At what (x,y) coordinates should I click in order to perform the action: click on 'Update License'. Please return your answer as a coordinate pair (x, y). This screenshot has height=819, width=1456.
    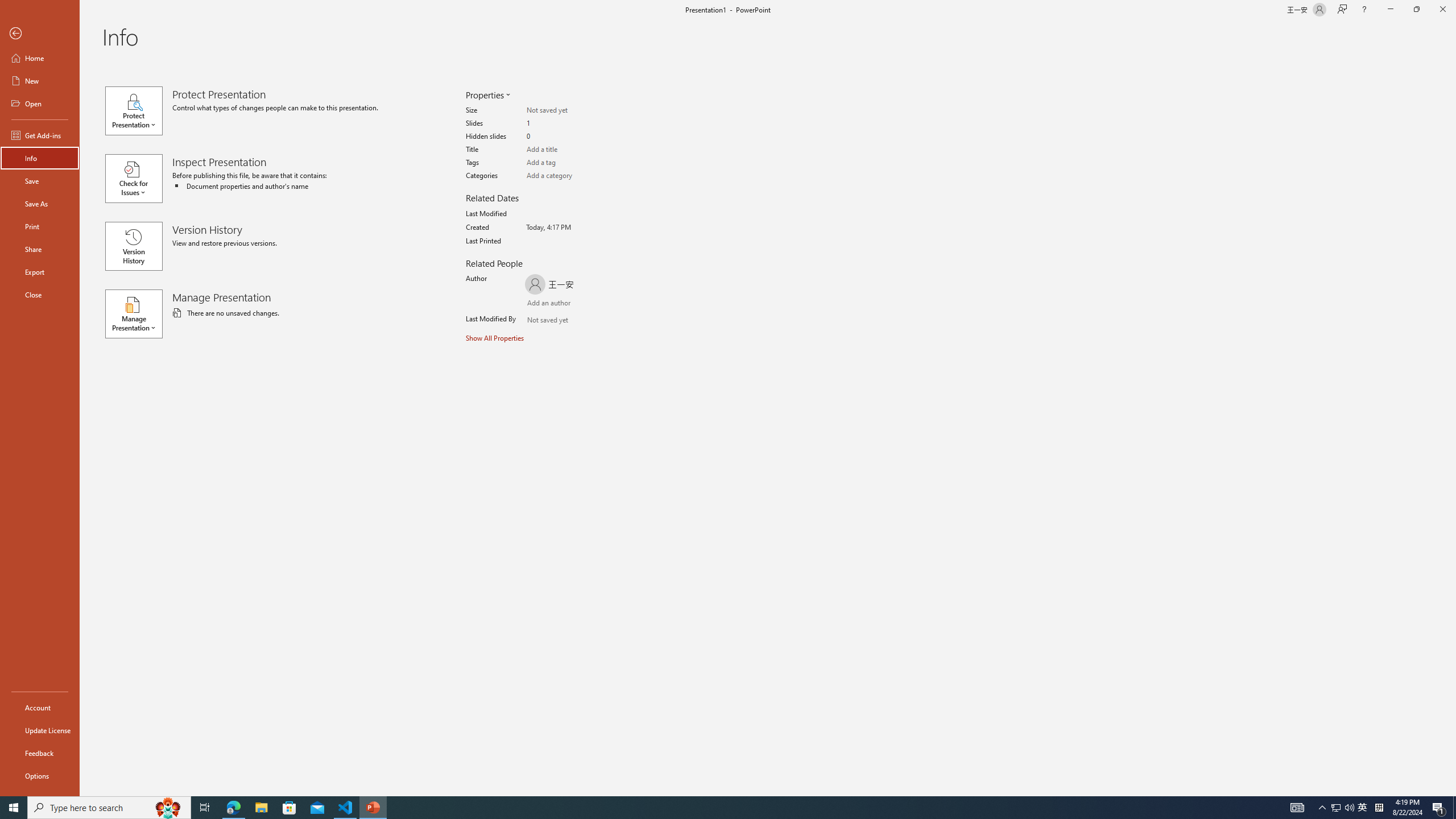
    Looking at the image, I should click on (39, 730).